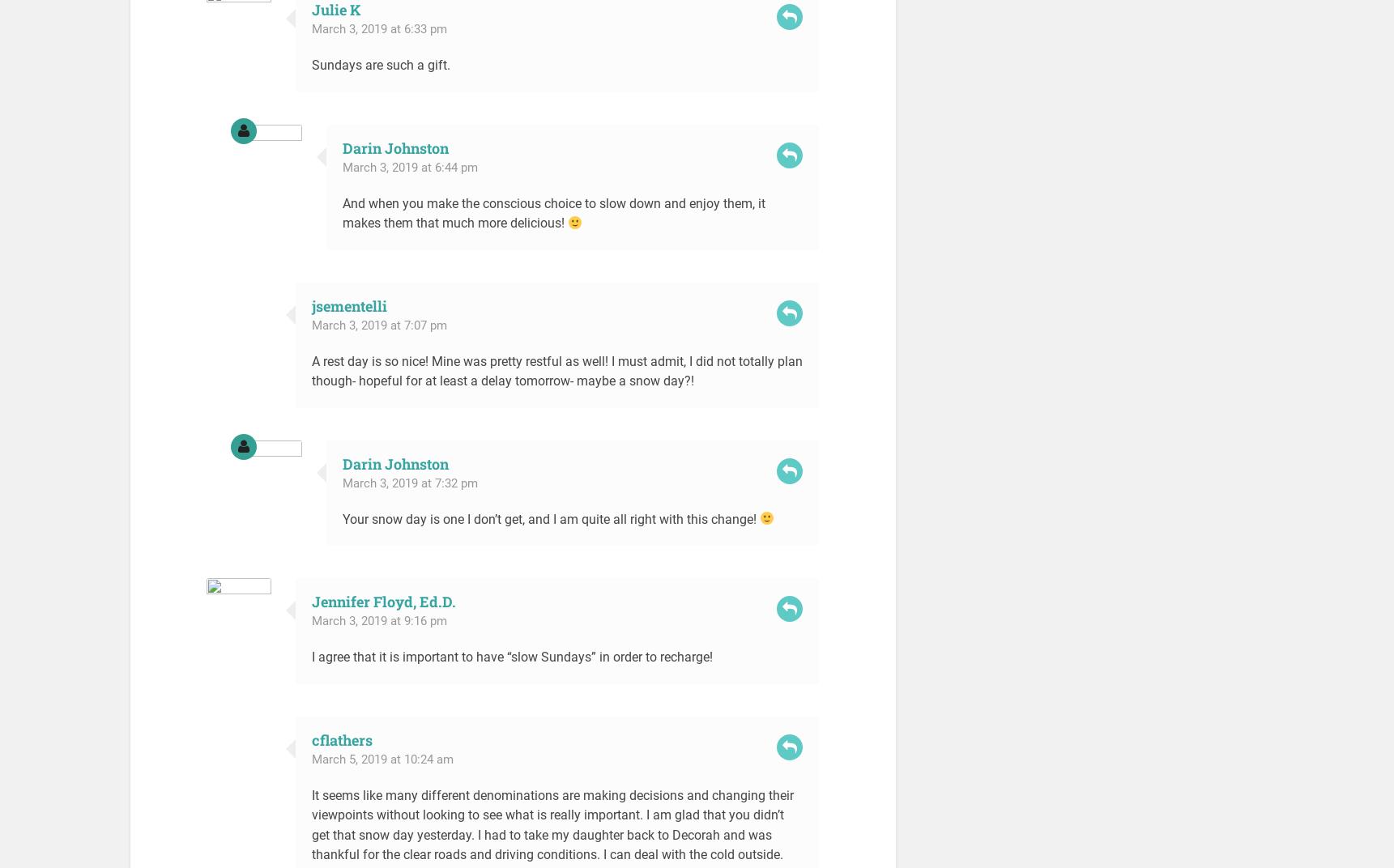  I want to click on 'March 3, 2019 at 9:16 pm', so click(379, 621).